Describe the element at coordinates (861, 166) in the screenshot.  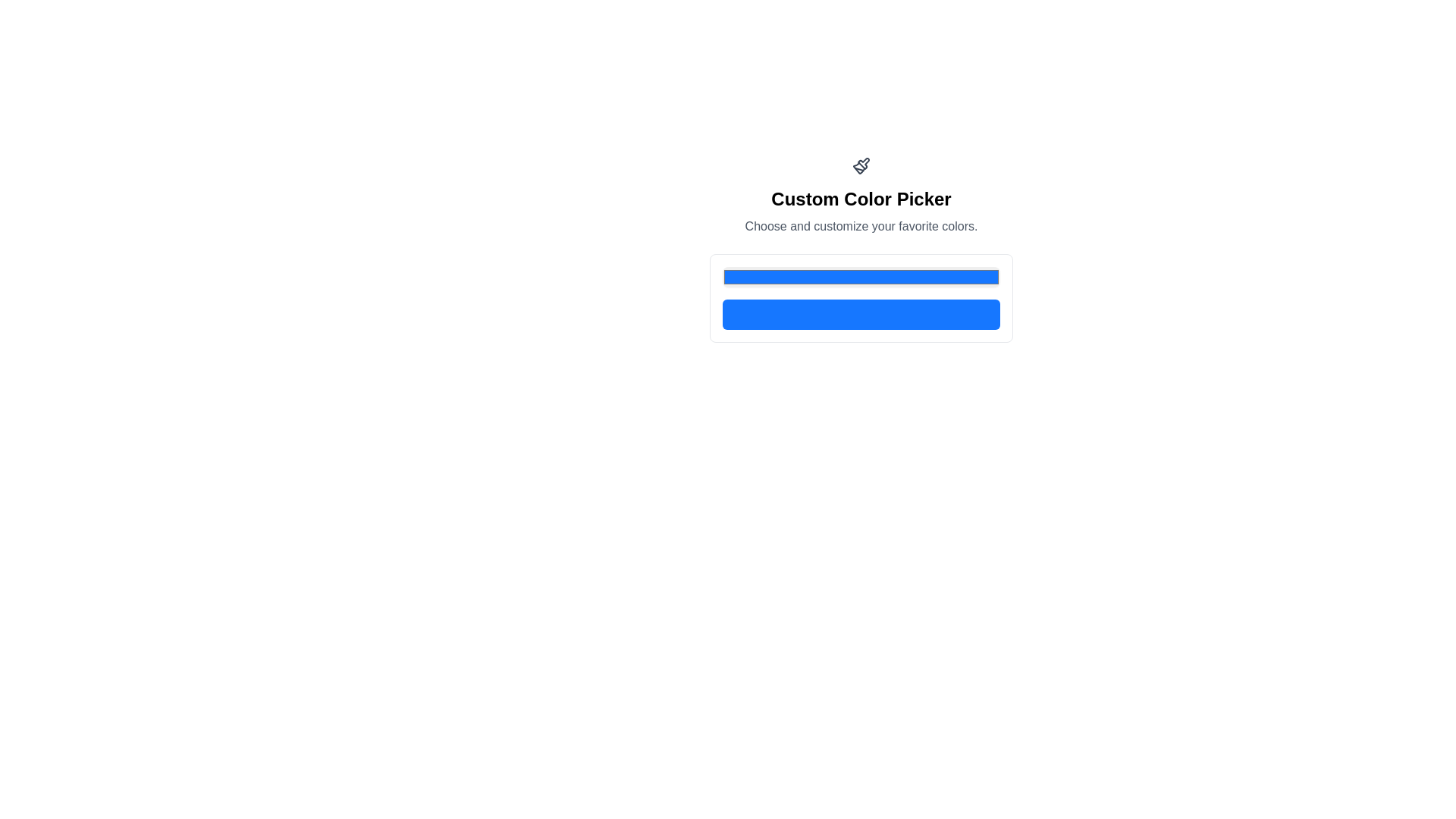
I see `the minimalistic gray paintbrush icon located above the 'Custom Color Picker' text` at that location.